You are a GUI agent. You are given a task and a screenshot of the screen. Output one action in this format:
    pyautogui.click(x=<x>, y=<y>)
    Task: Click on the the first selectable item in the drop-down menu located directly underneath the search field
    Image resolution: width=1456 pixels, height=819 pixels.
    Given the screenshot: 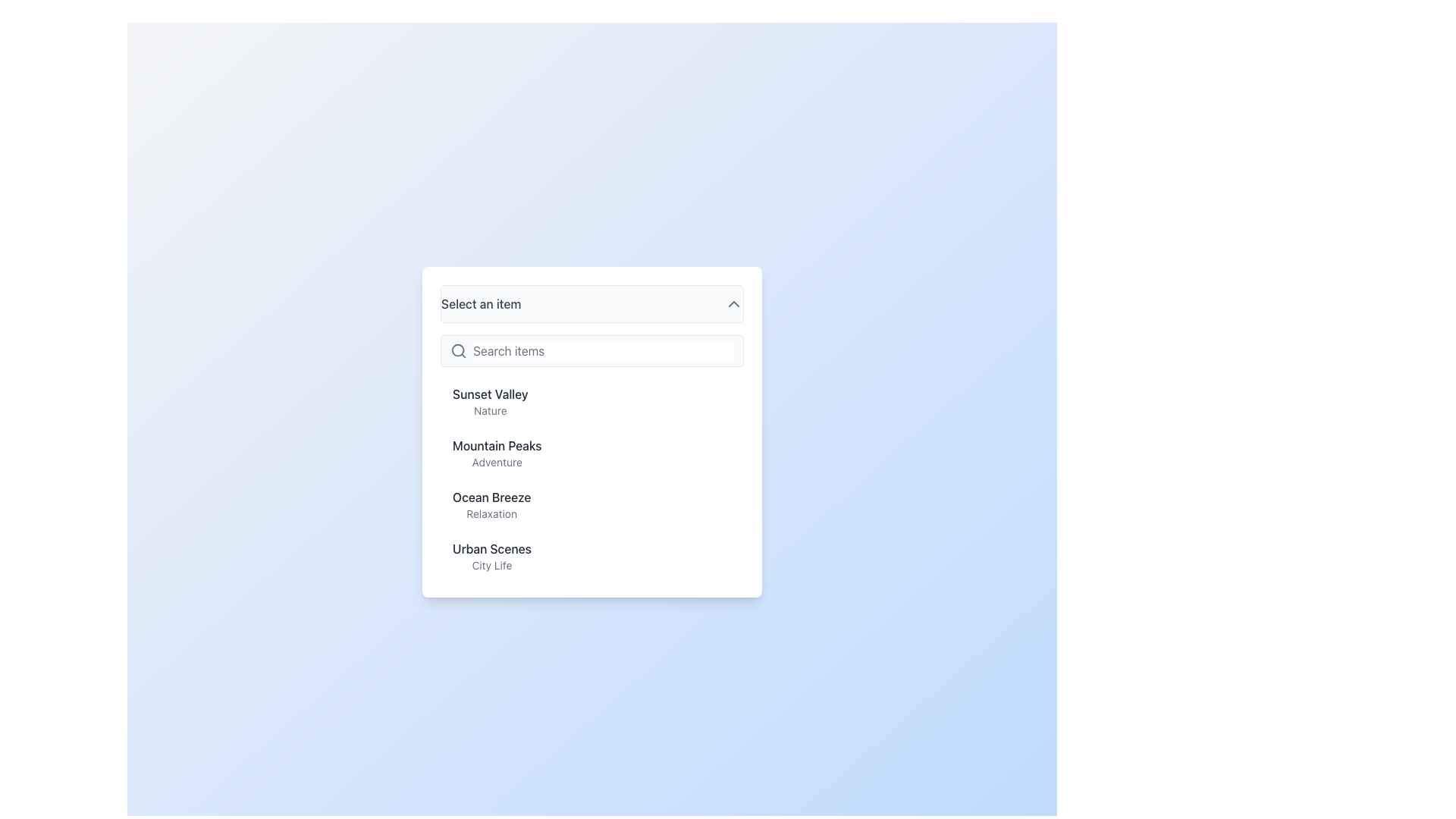 What is the action you would take?
    pyautogui.click(x=591, y=400)
    